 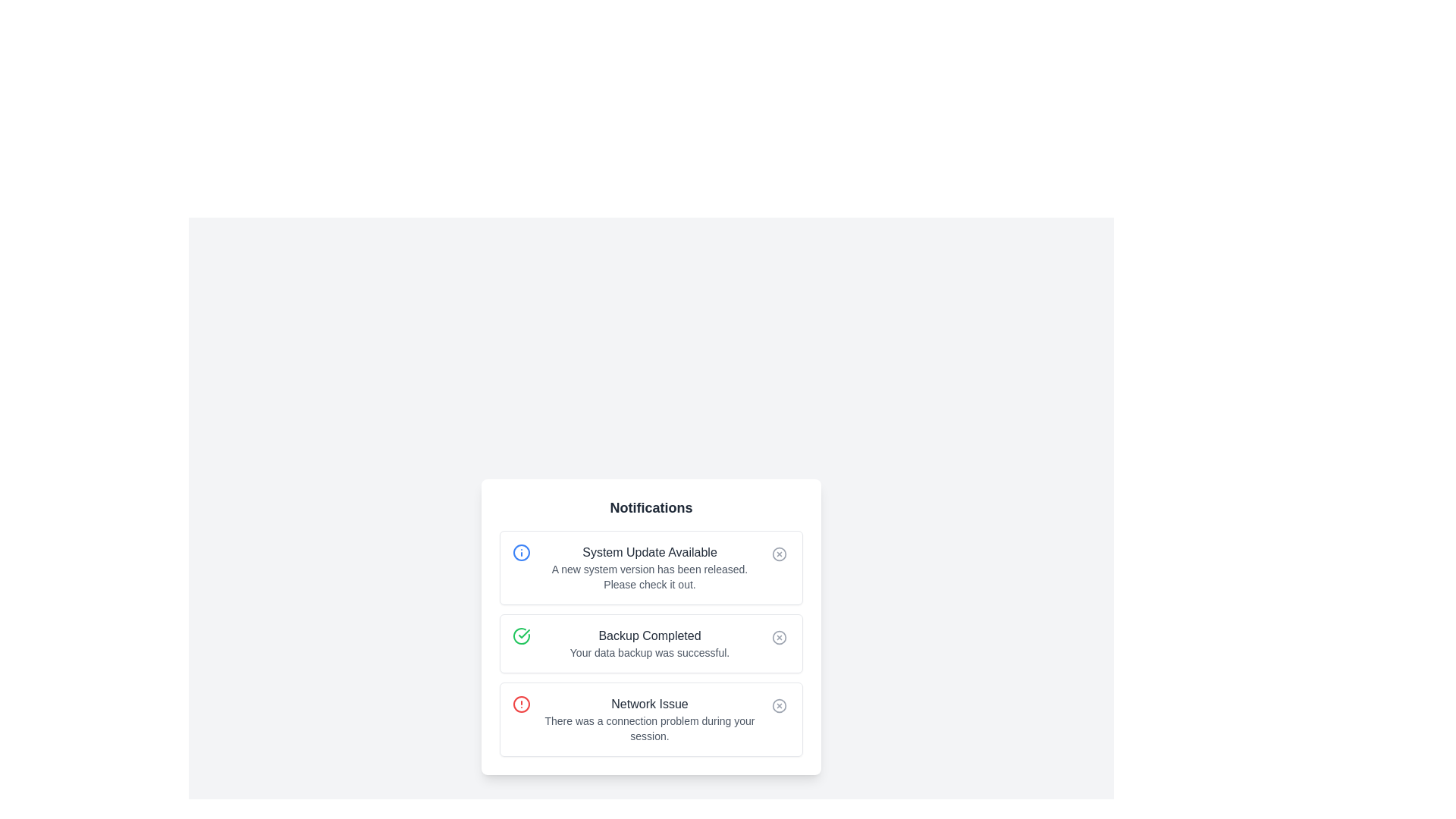 What do you see at coordinates (650, 643) in the screenshot?
I see `notification message indicating that the data backup process has been successfully completed, located in the middle of the notification panel as the second item in a list of three notifications` at bounding box center [650, 643].